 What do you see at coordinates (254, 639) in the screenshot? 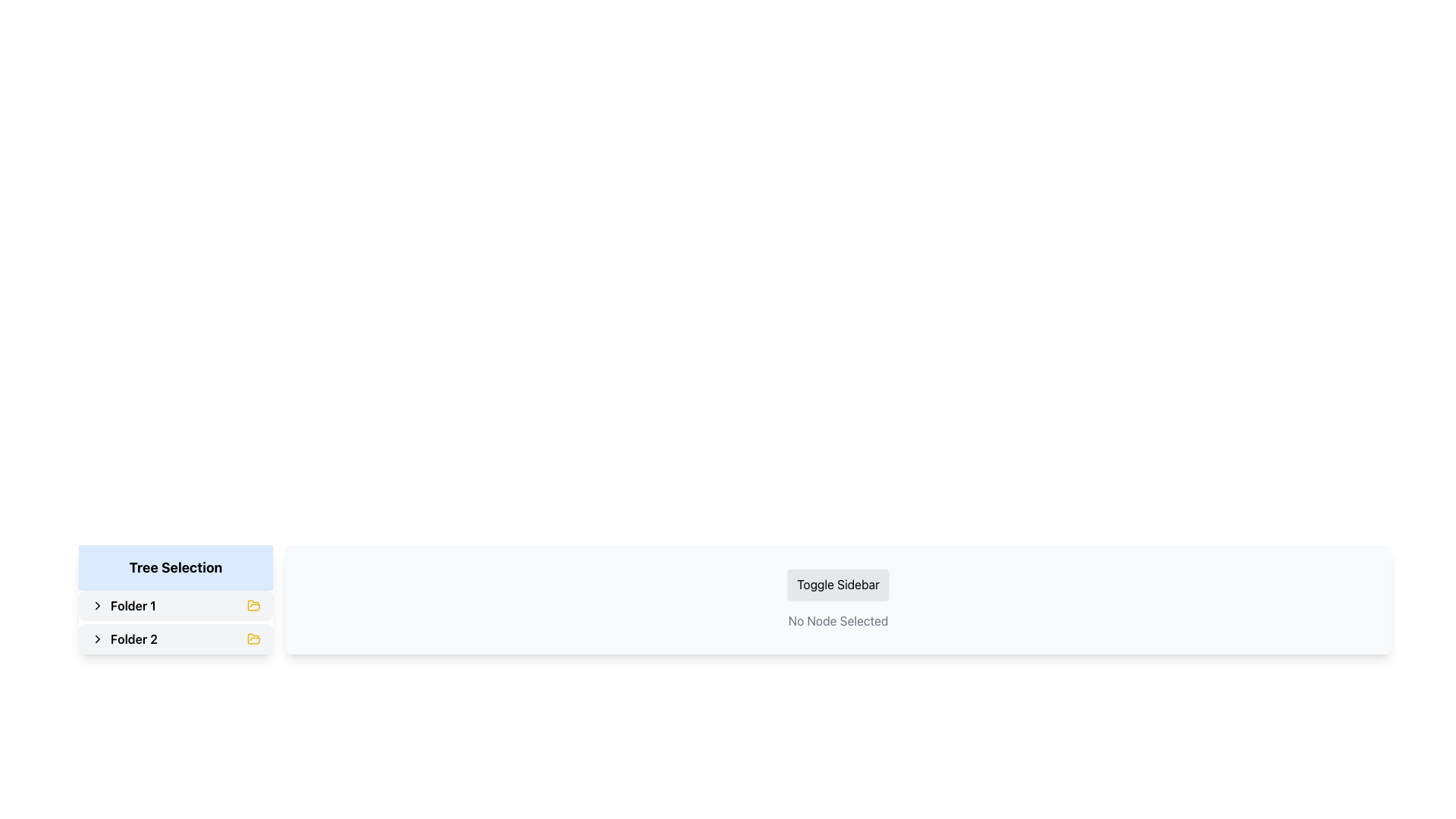
I see `the open folder icon associated with 'Folder 2' in the Tree Selection list` at bounding box center [254, 639].